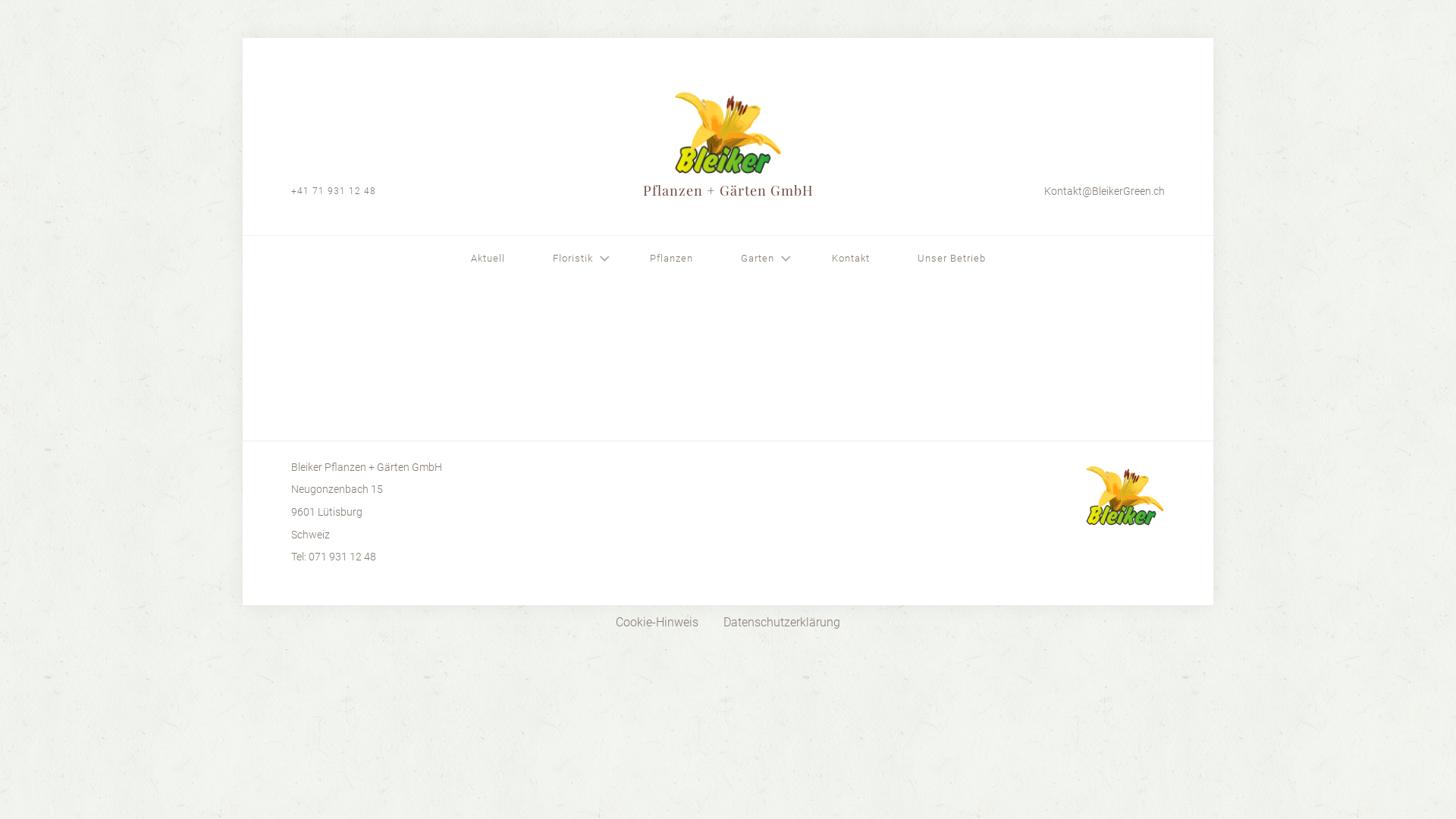 The width and height of the screenshot is (1456, 819). What do you see at coordinates (850, 257) in the screenshot?
I see `'Kontakt'` at bounding box center [850, 257].